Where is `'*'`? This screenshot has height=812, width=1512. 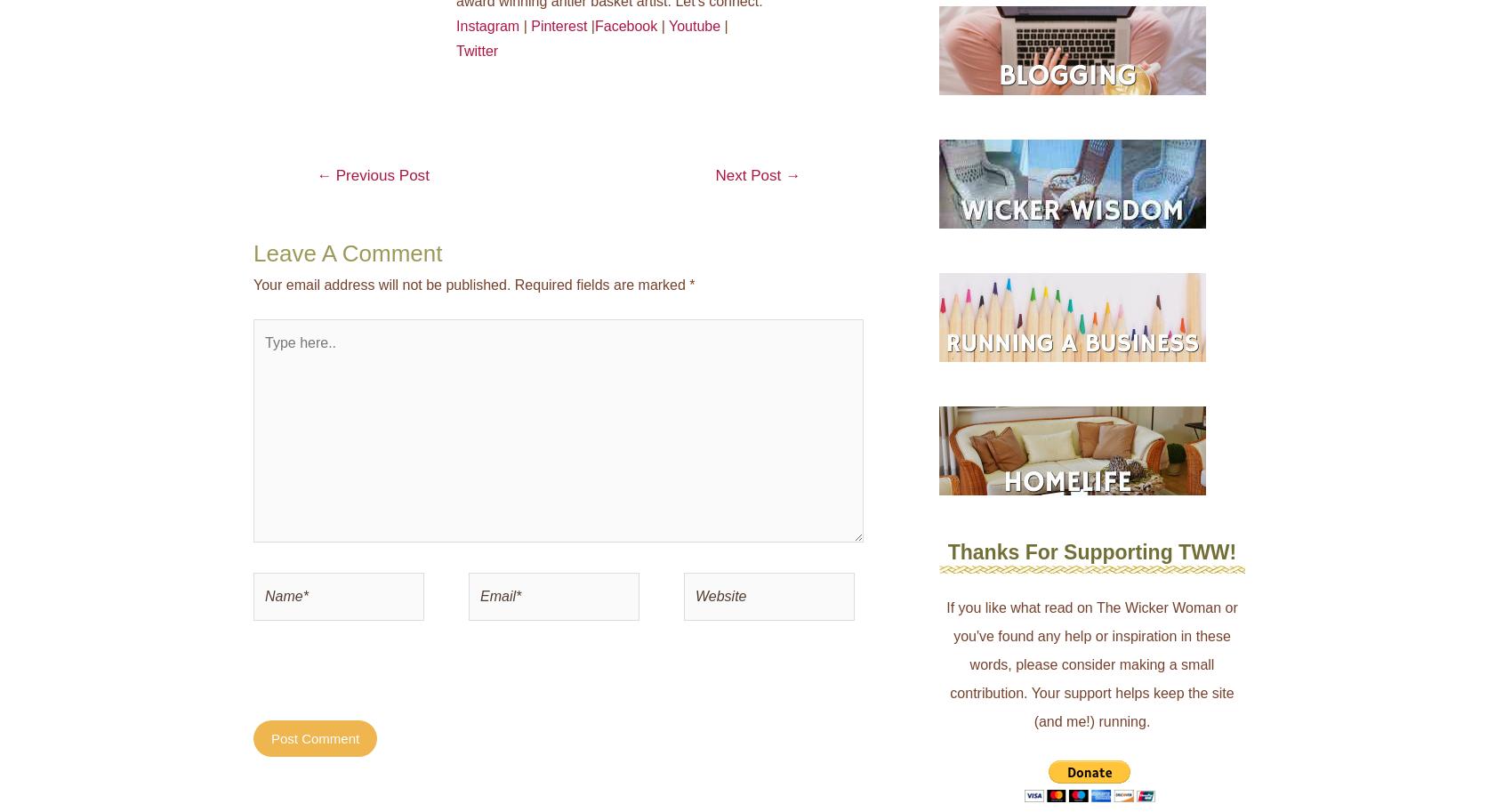 '*' is located at coordinates (690, 283).